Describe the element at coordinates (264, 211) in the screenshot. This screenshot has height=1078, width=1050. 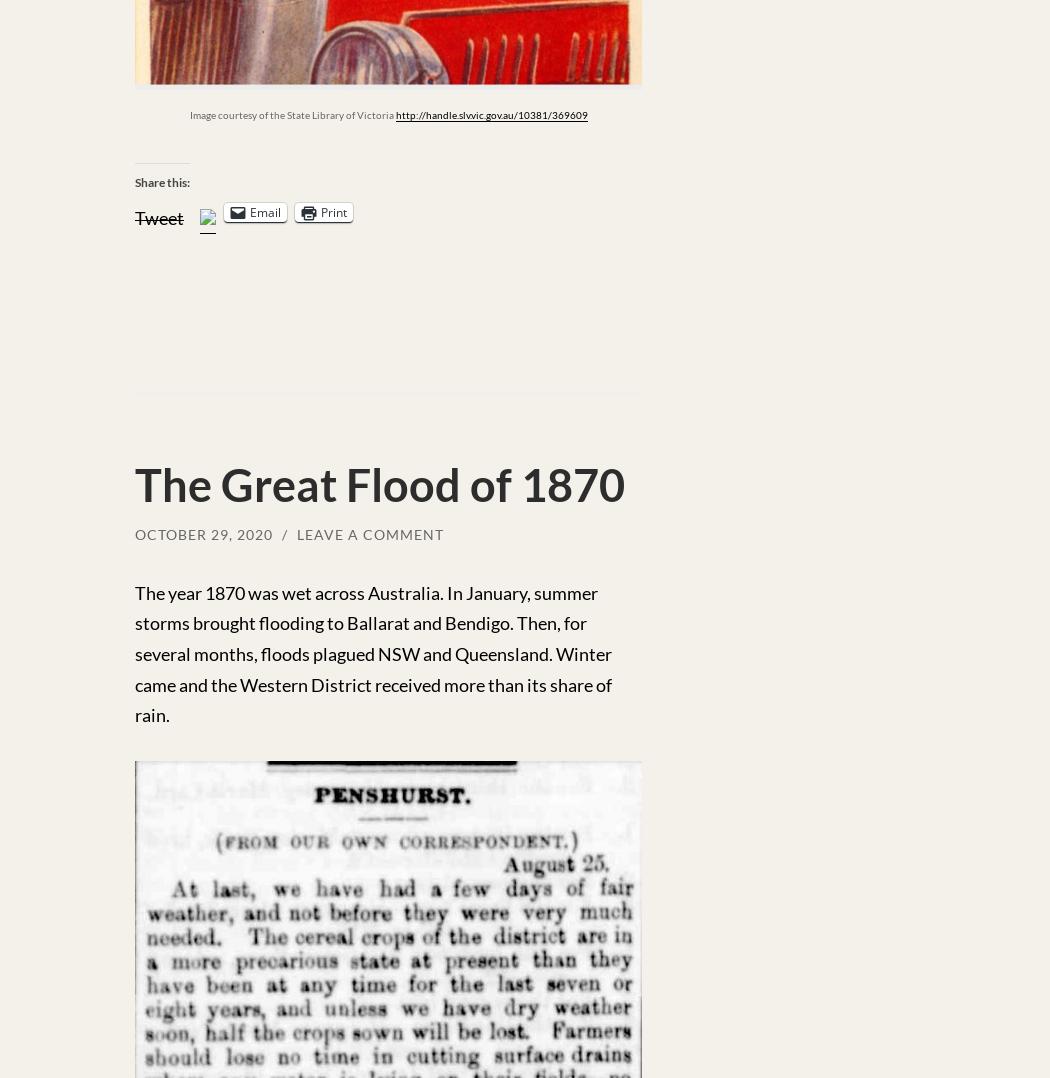
I see `'Email'` at that location.